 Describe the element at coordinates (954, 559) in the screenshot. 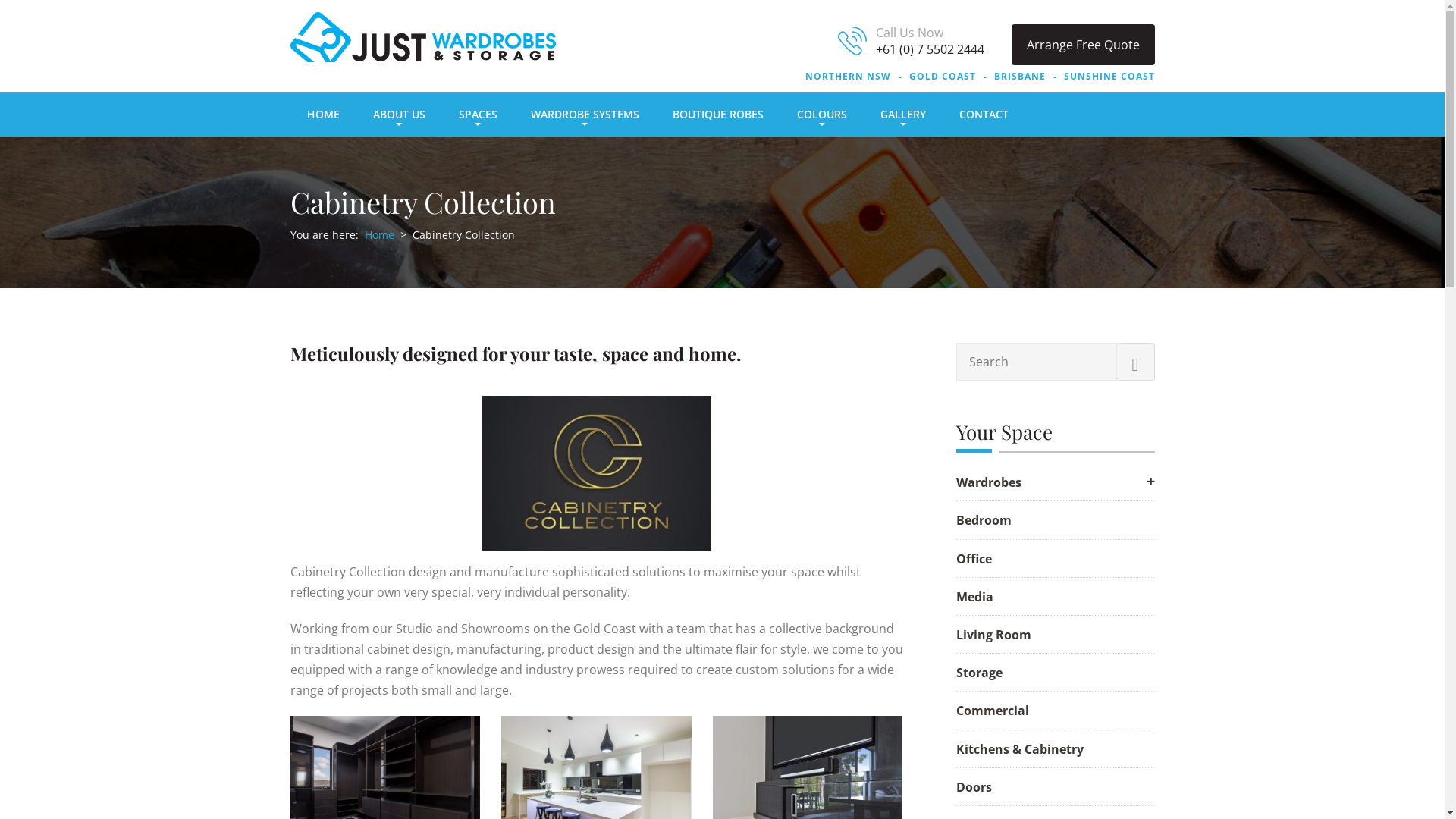

I see `'Office'` at that location.